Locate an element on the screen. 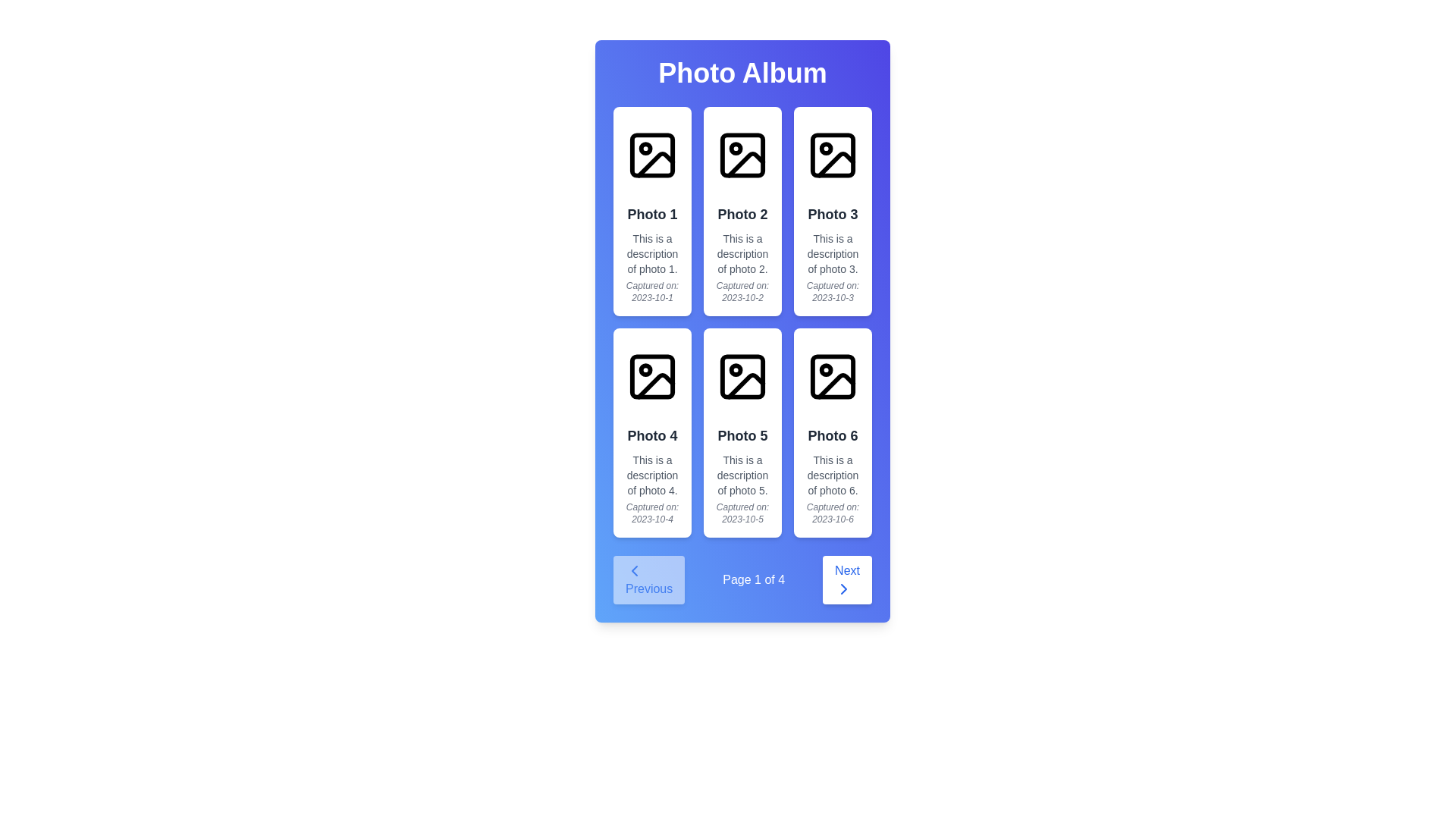 This screenshot has width=1456, height=819. the Image placeholder icon located in the center of the tile labeled 'Photo 5' is located at coordinates (742, 376).